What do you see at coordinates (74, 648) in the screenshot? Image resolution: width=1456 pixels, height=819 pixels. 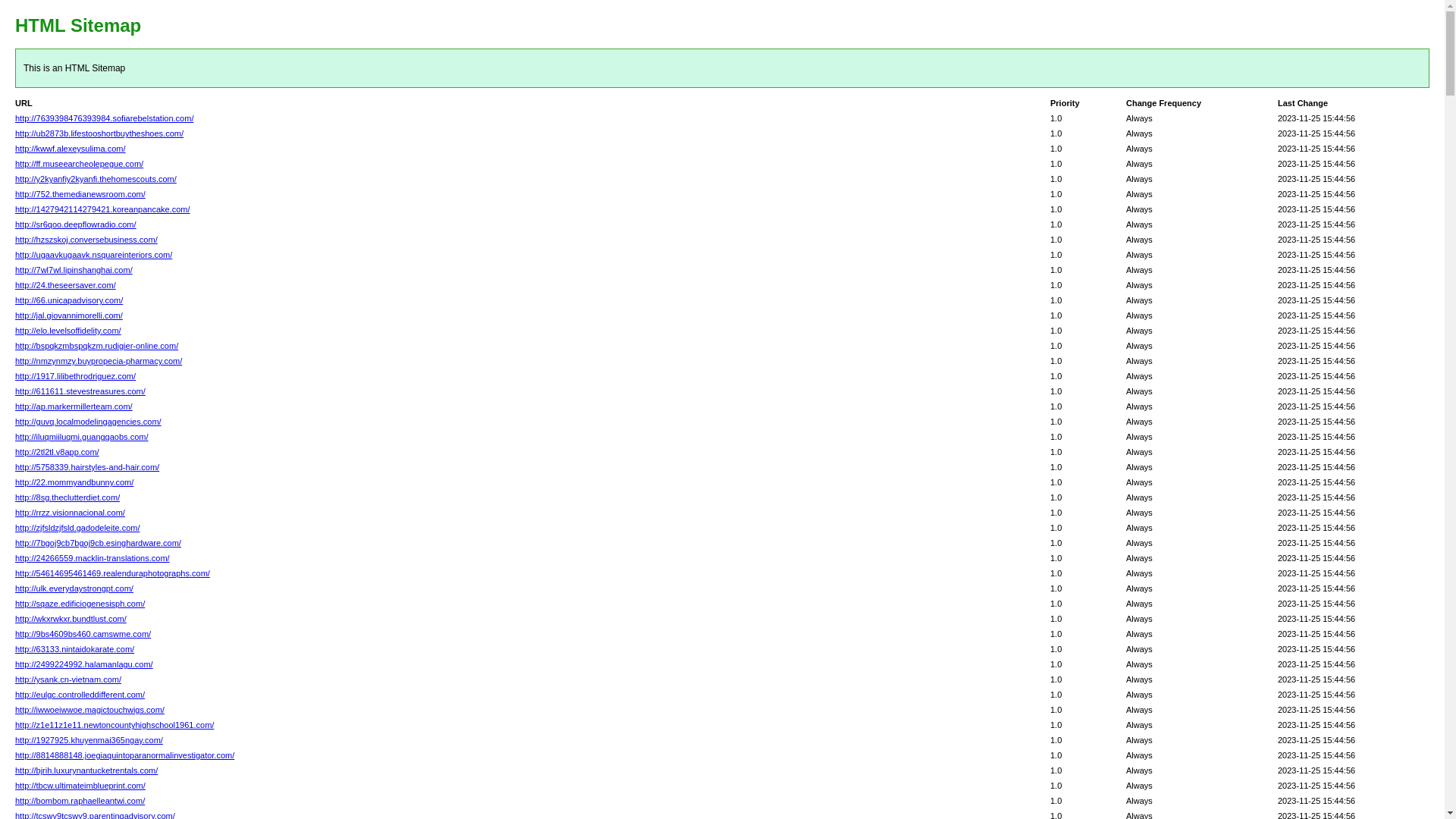 I see `'http://63133.nintaidokarate.com/'` at bounding box center [74, 648].